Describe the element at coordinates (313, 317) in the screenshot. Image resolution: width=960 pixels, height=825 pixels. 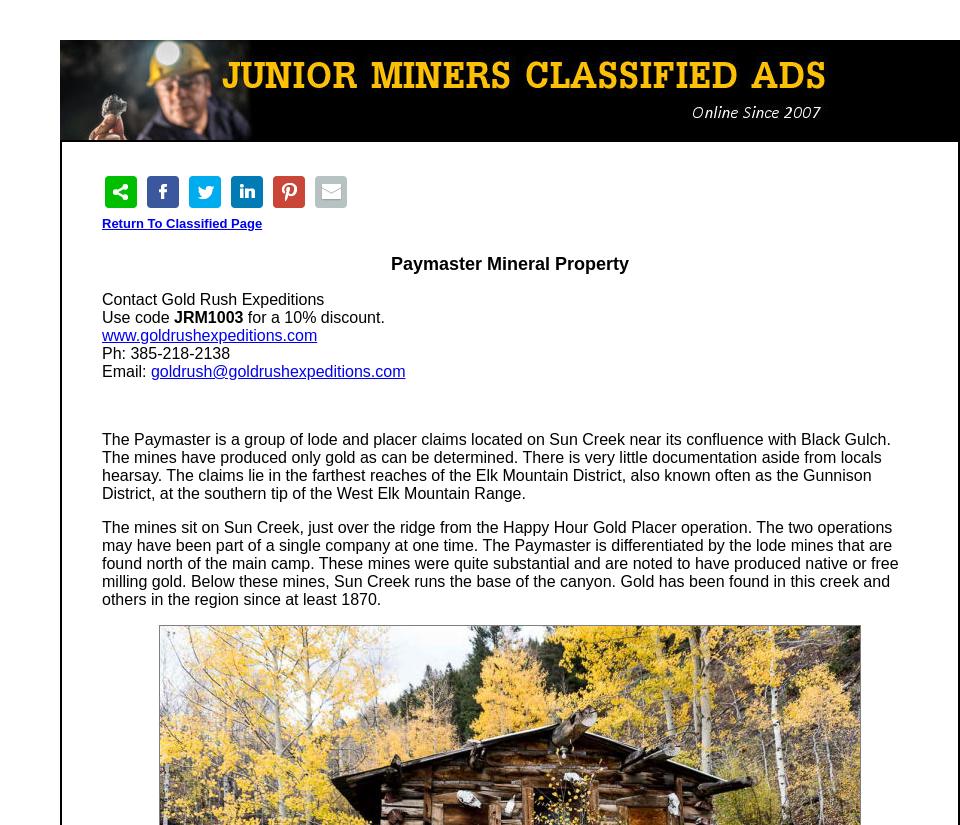
I see `'for a 10% discount.'` at that location.